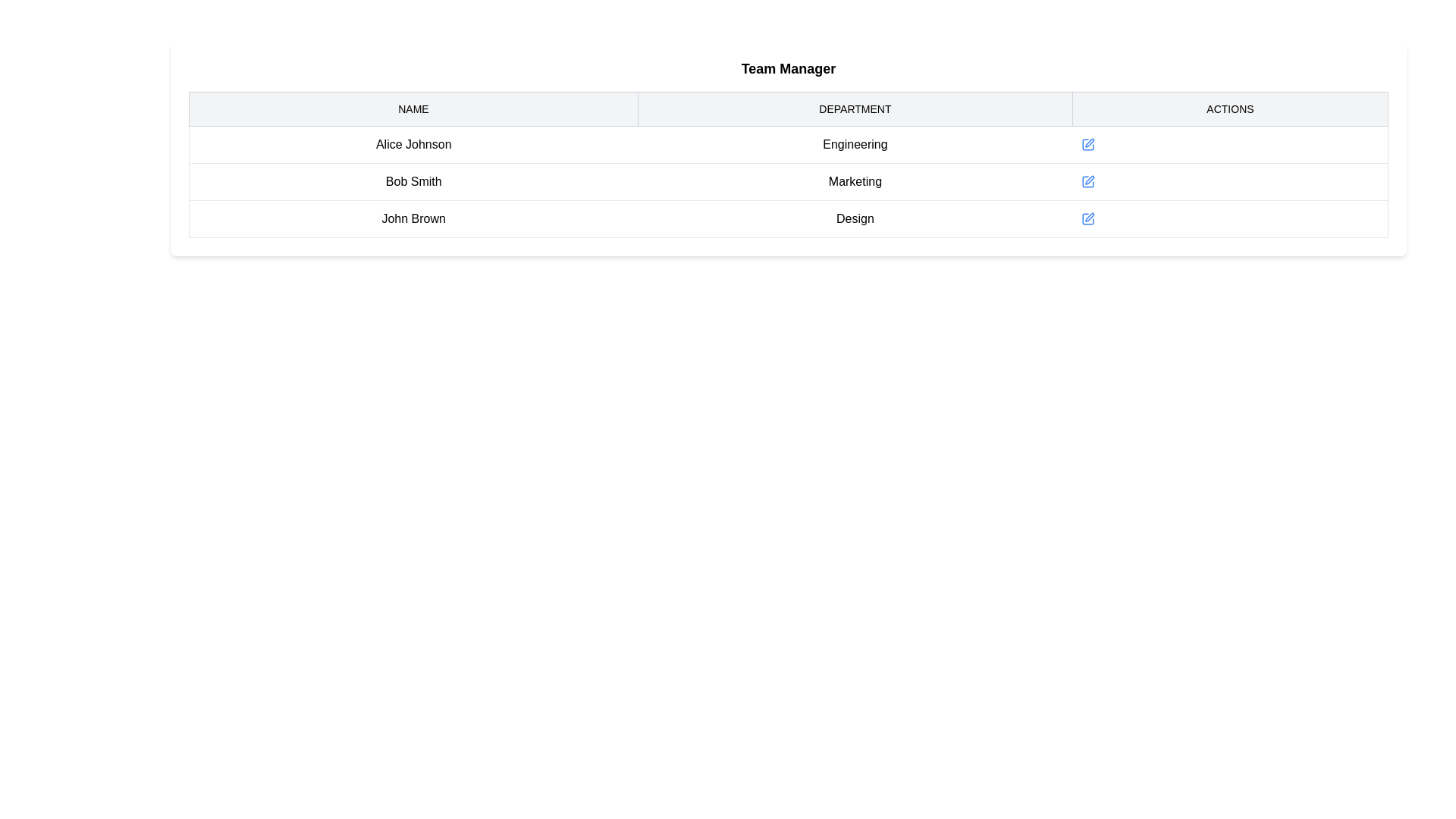 This screenshot has width=1456, height=819. What do you see at coordinates (1089, 179) in the screenshot?
I see `the pen icon in the 'Actions' column of the team management table, specifically located in the third row under 'Bob Smith' in the 'Marketing' department` at bounding box center [1089, 179].